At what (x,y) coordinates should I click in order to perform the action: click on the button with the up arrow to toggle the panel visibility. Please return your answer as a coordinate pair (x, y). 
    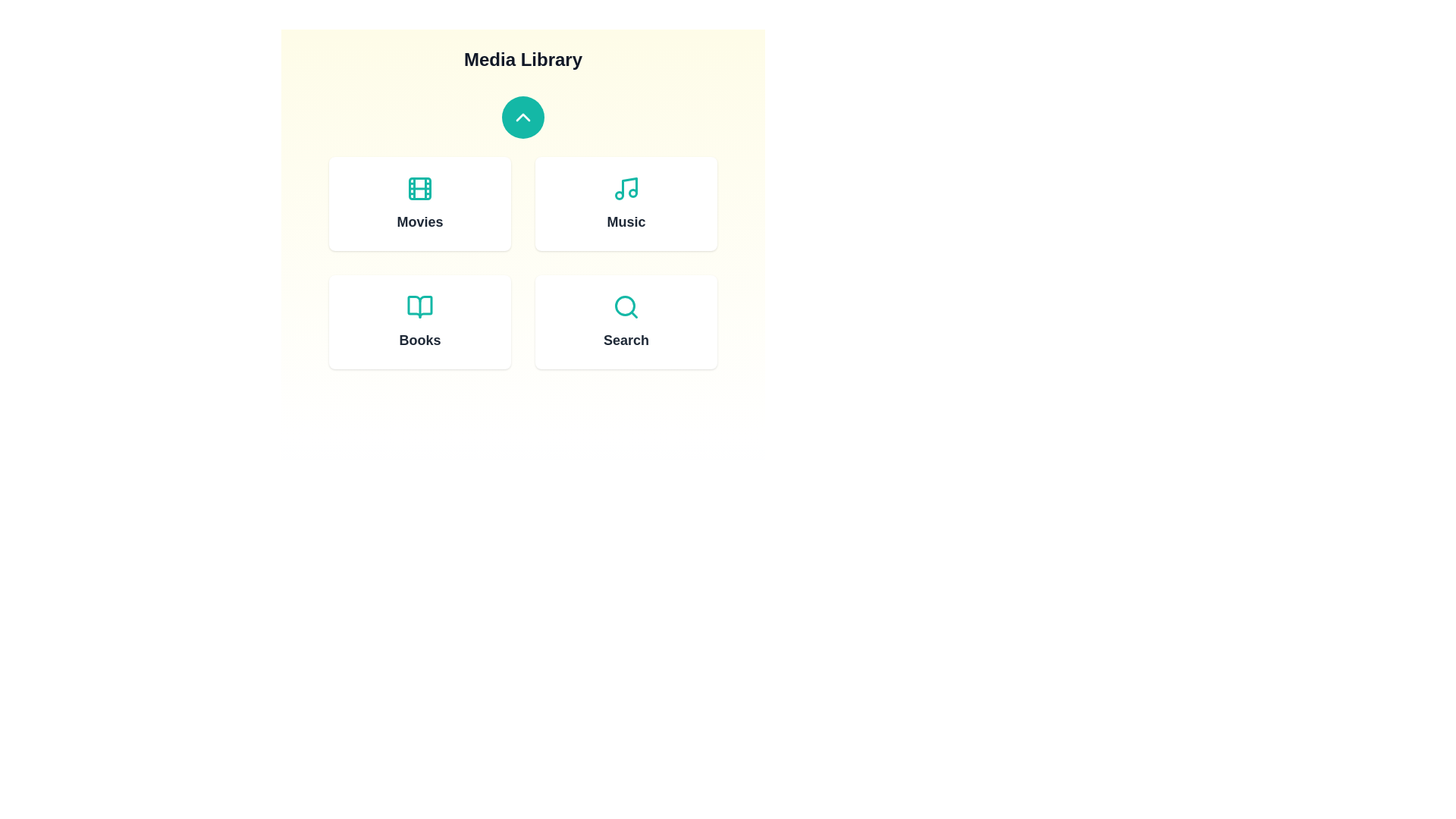
    Looking at the image, I should click on (523, 116).